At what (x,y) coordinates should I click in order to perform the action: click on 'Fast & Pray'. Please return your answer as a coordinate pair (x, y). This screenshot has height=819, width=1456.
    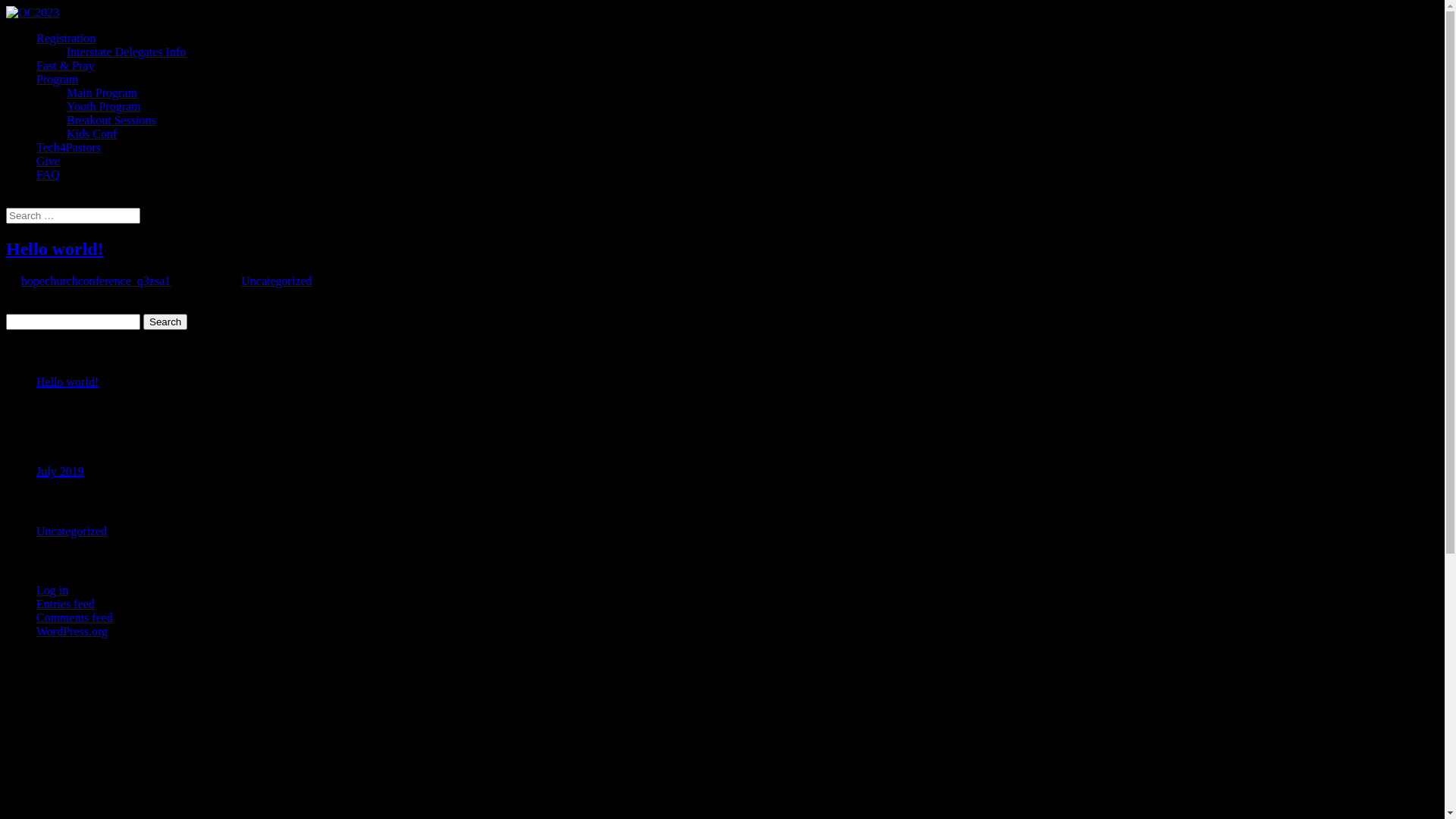
    Looking at the image, I should click on (64, 64).